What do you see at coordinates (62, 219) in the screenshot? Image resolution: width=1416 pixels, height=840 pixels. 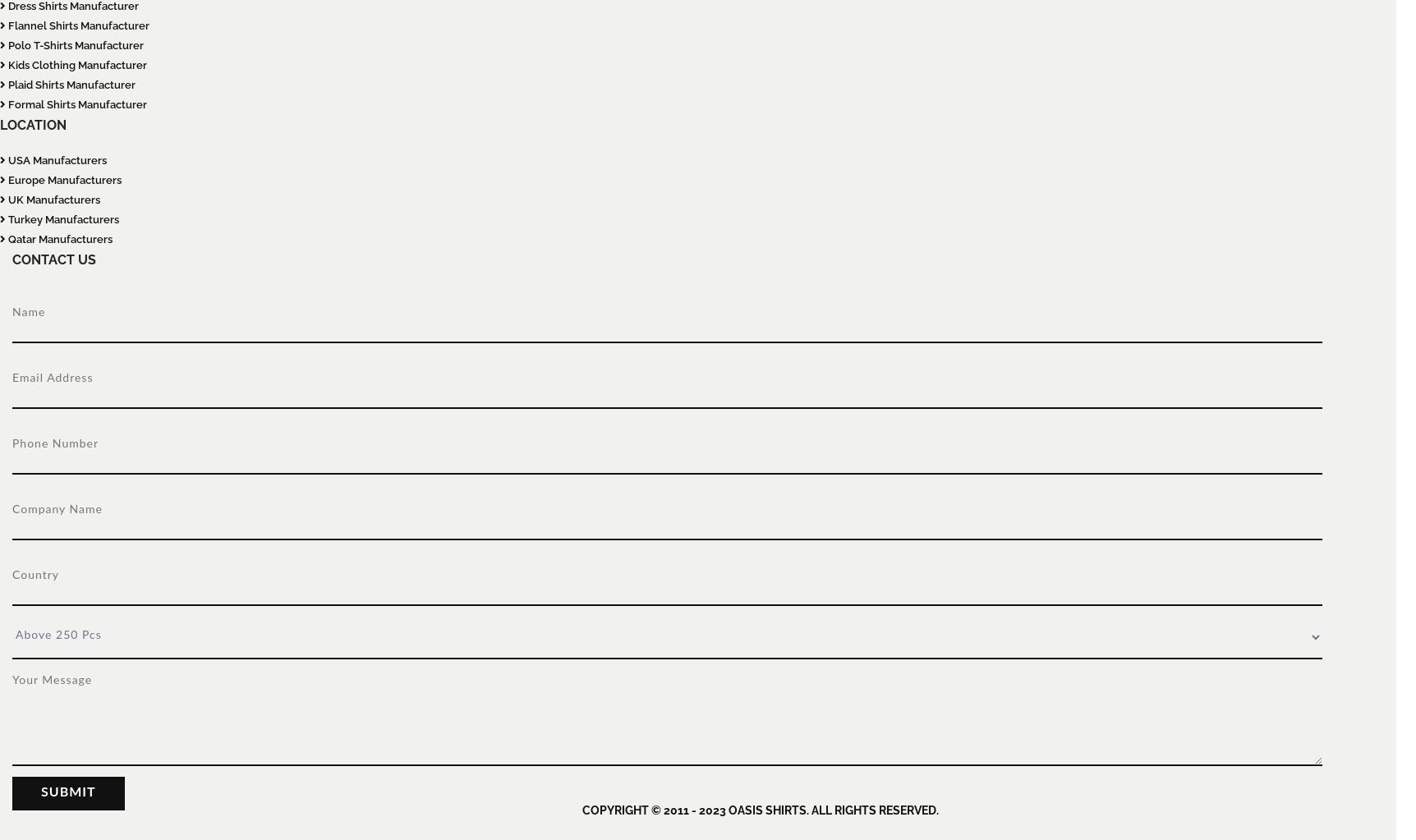 I see `'Turkey Manufacturers'` at bounding box center [62, 219].